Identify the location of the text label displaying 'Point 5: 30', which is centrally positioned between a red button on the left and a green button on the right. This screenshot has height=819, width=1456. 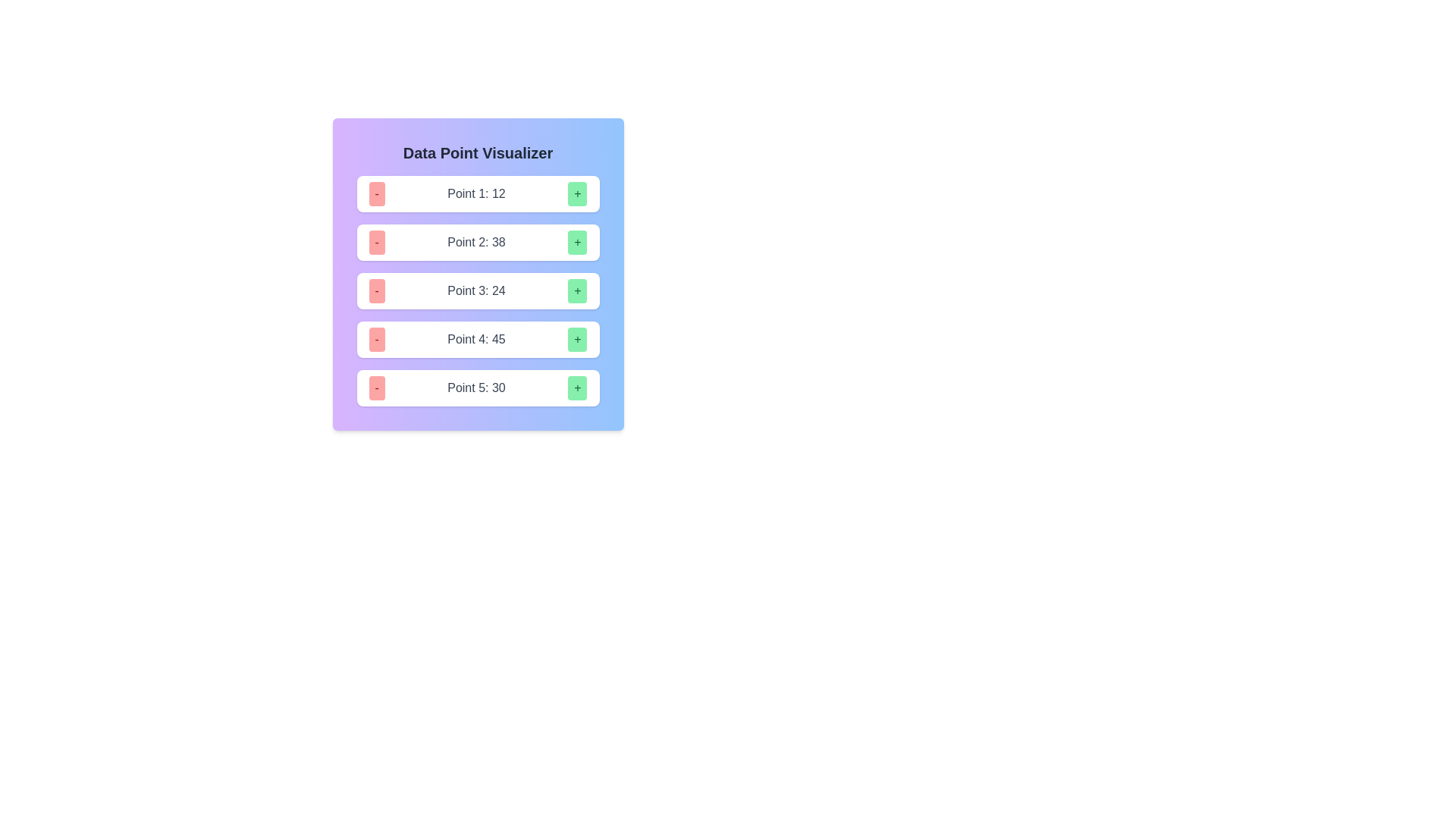
(475, 388).